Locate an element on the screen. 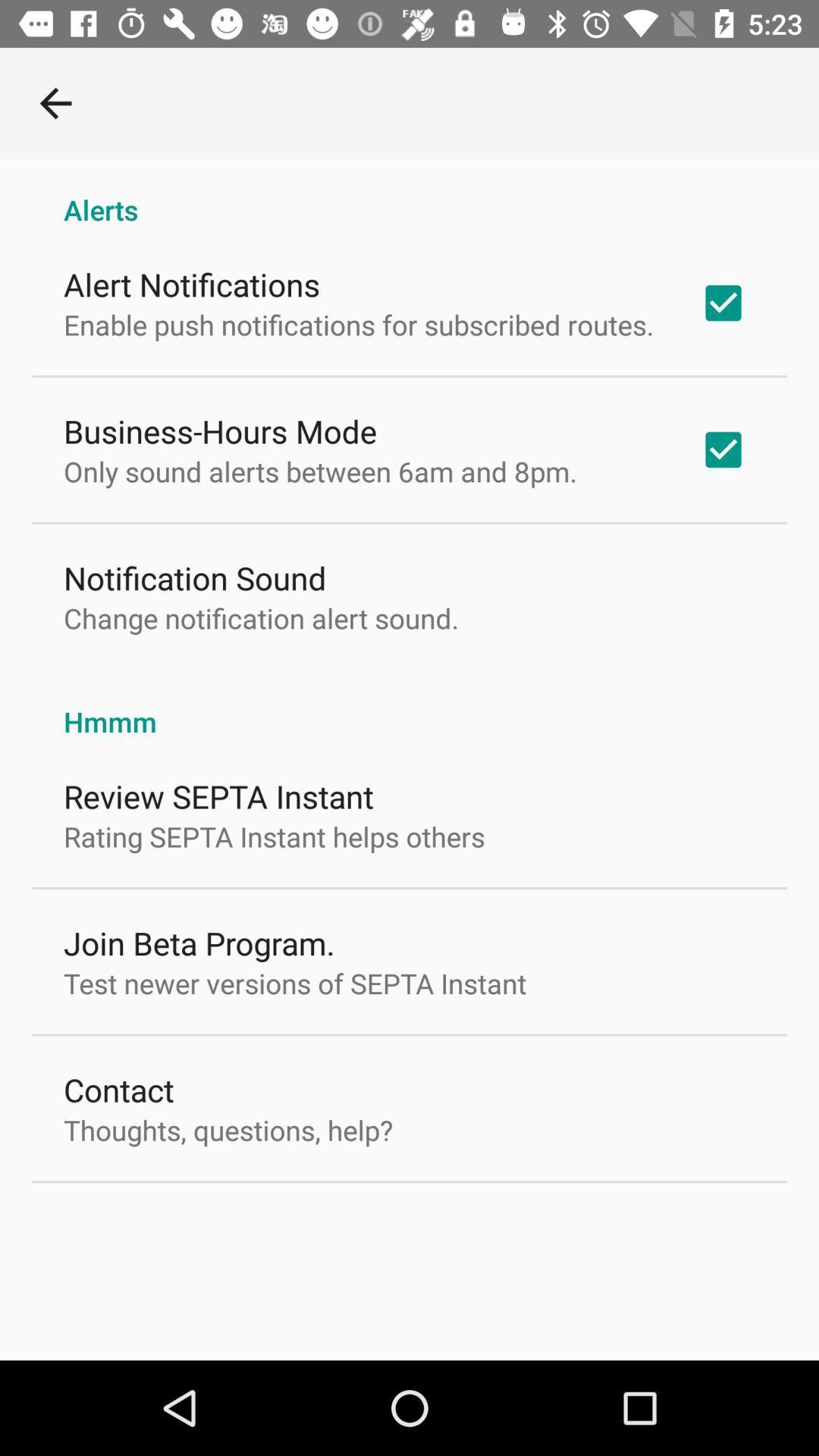 The image size is (819, 1456). the icon above the review septa instant is located at coordinates (409, 704).